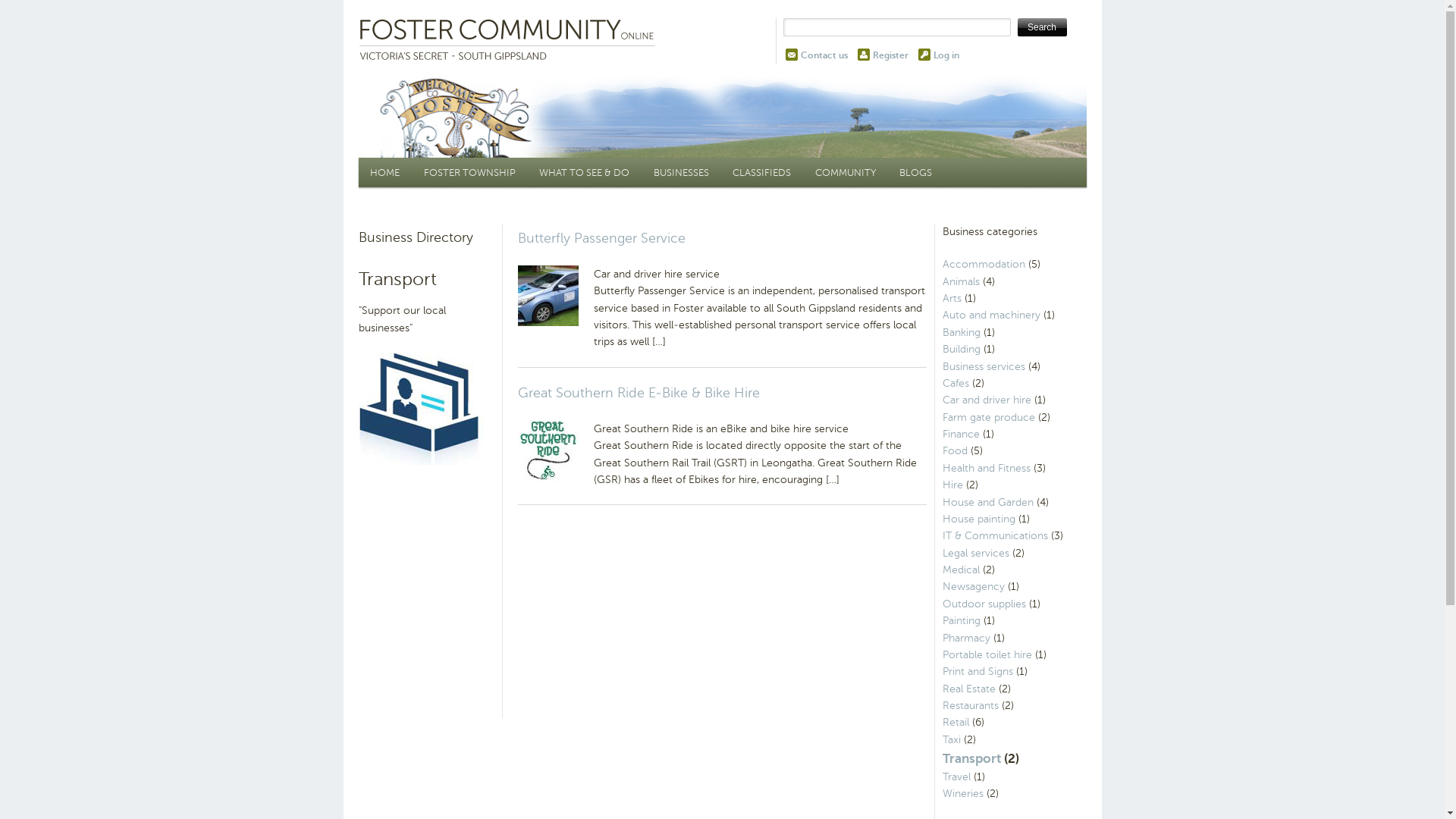  What do you see at coordinates (983, 366) in the screenshot?
I see `'Business services'` at bounding box center [983, 366].